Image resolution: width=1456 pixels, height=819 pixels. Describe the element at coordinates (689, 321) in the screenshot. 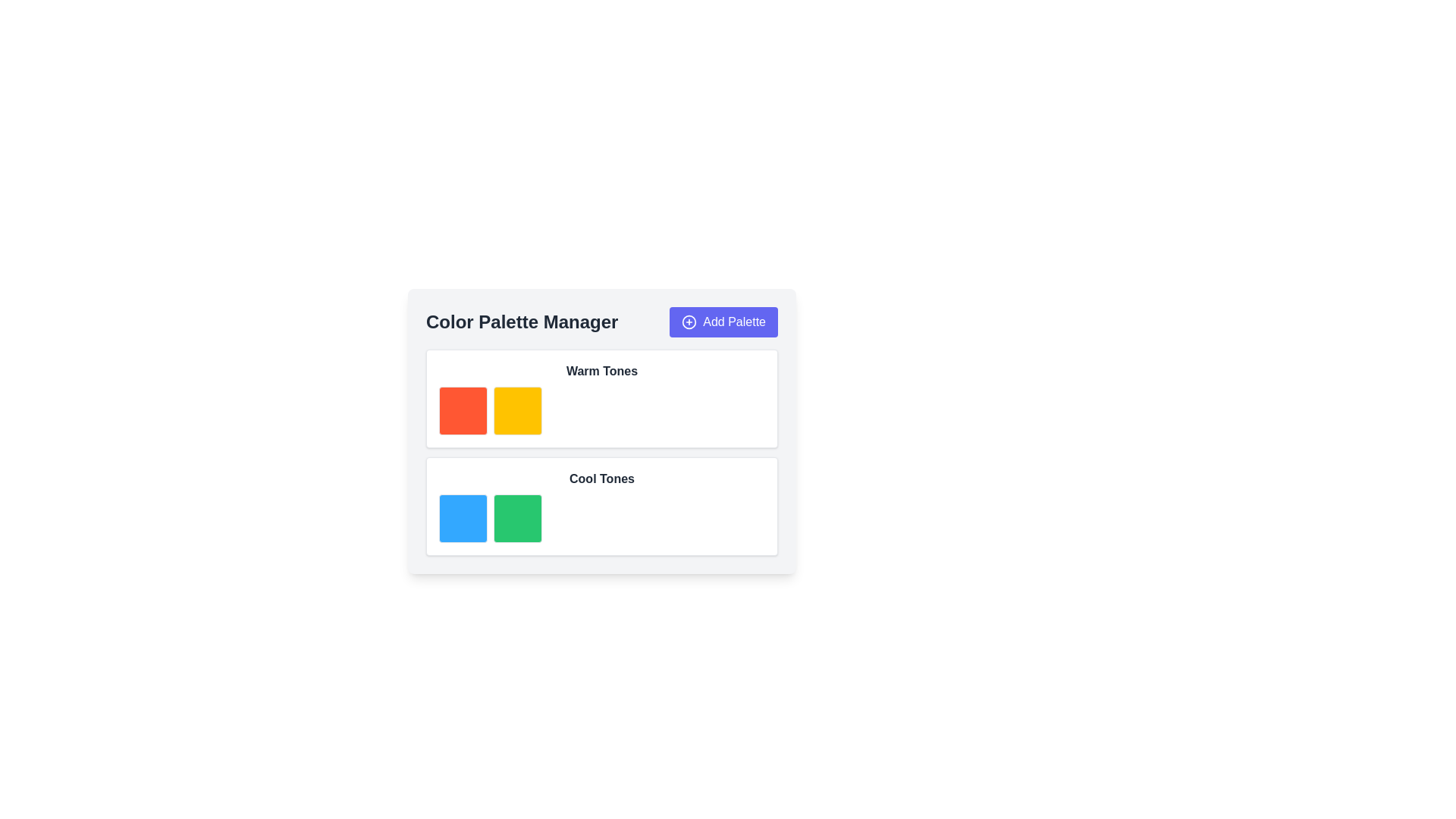

I see `the vector icon of a circle with a plus sign, which is part of the 'Add Palette' button located in the top-right corner of the application layout` at that location.